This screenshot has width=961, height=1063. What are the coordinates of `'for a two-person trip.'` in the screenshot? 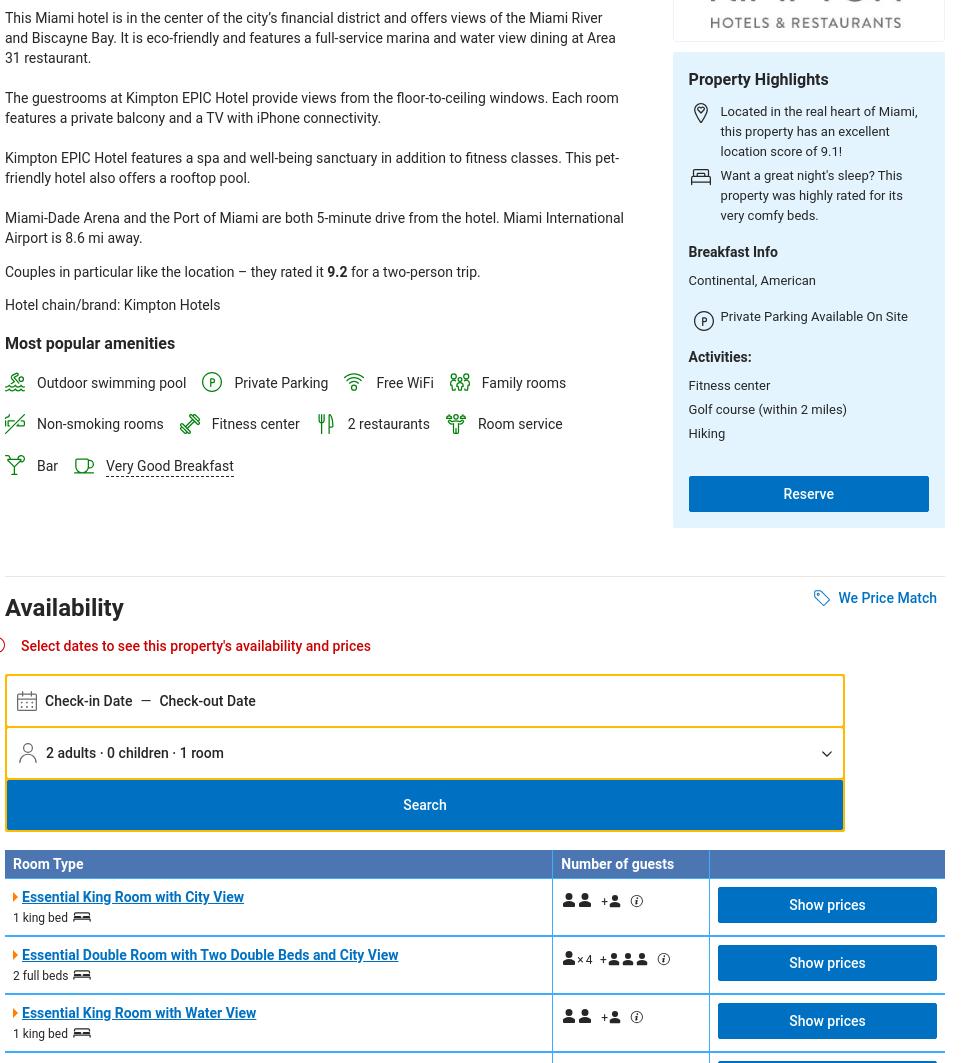 It's located at (346, 272).